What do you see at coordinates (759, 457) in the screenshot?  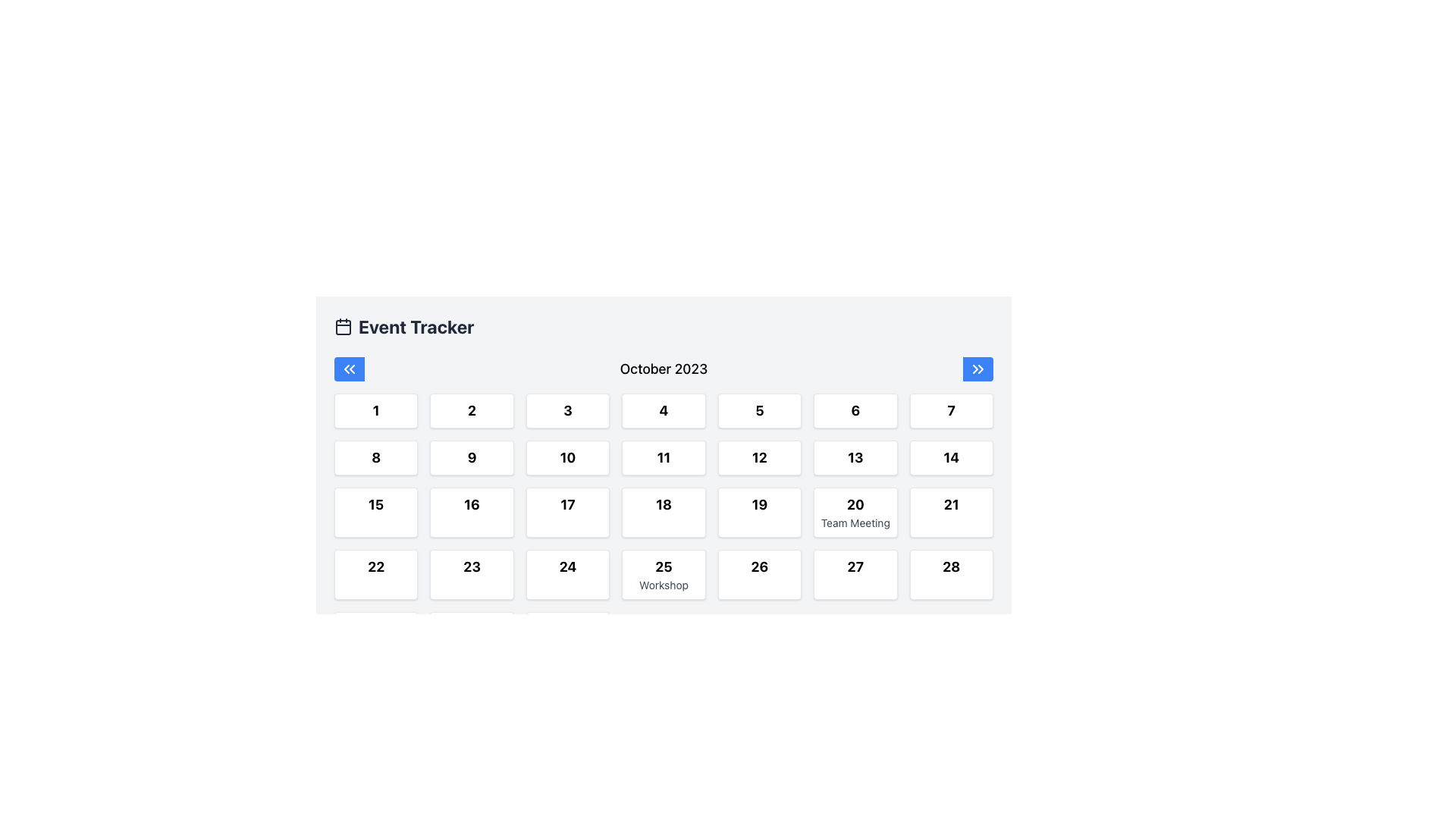 I see `the prominently displayed number '12' in bold font located in the fourth row, third column of the calendar grid` at bounding box center [759, 457].